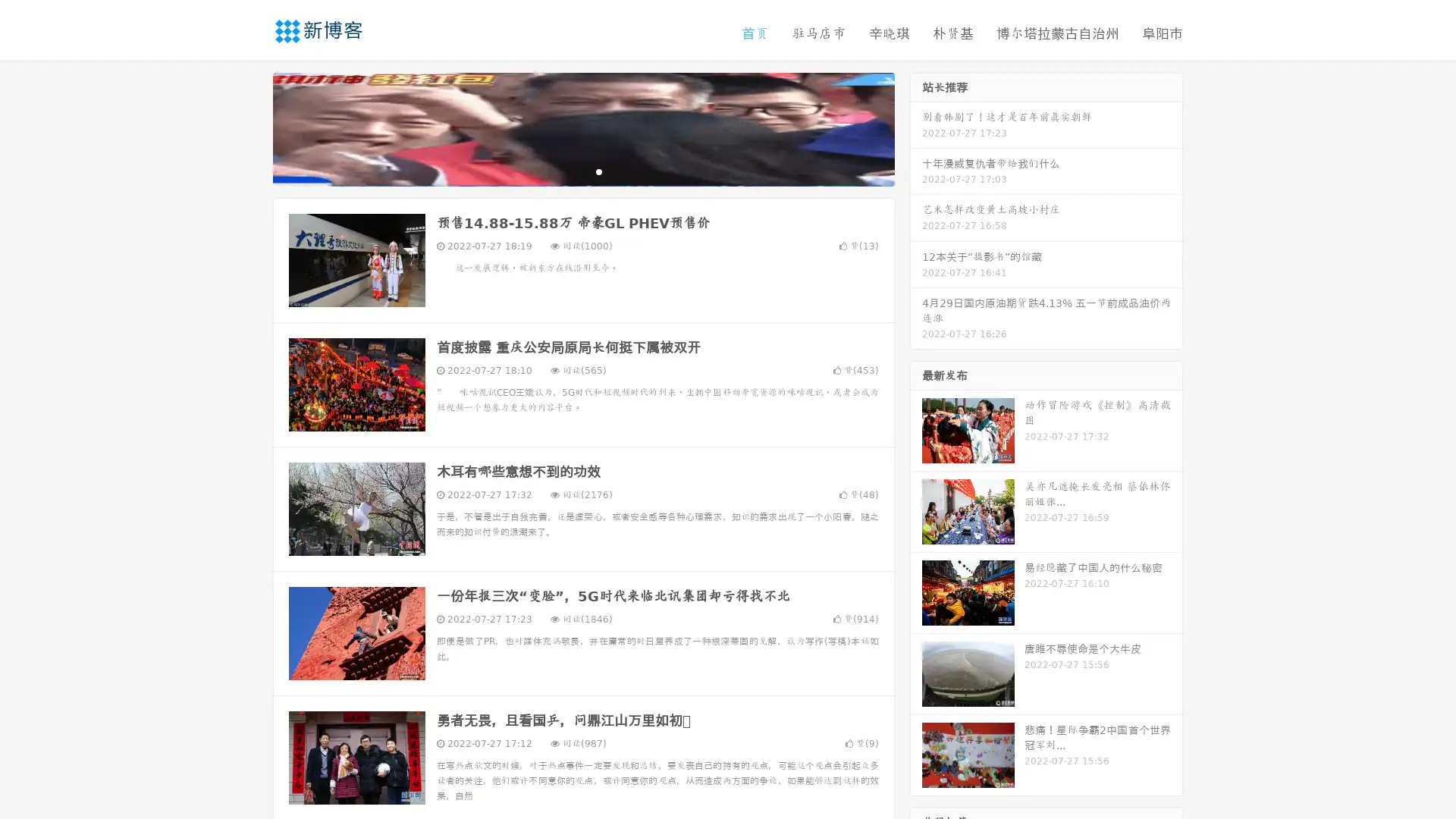 This screenshot has height=819, width=1456. Describe the element at coordinates (916, 127) in the screenshot. I see `Next slide` at that location.